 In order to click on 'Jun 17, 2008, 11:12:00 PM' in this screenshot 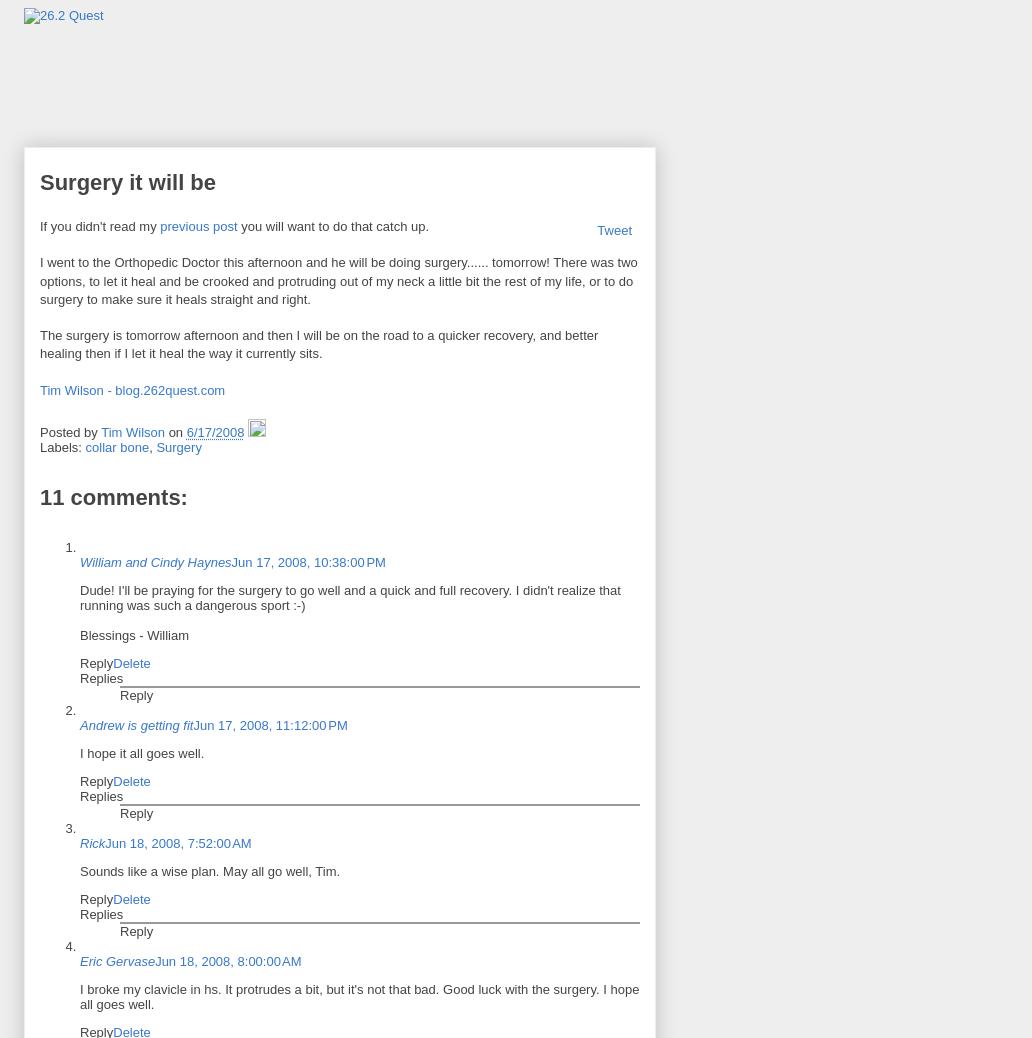, I will do `click(269, 723)`.